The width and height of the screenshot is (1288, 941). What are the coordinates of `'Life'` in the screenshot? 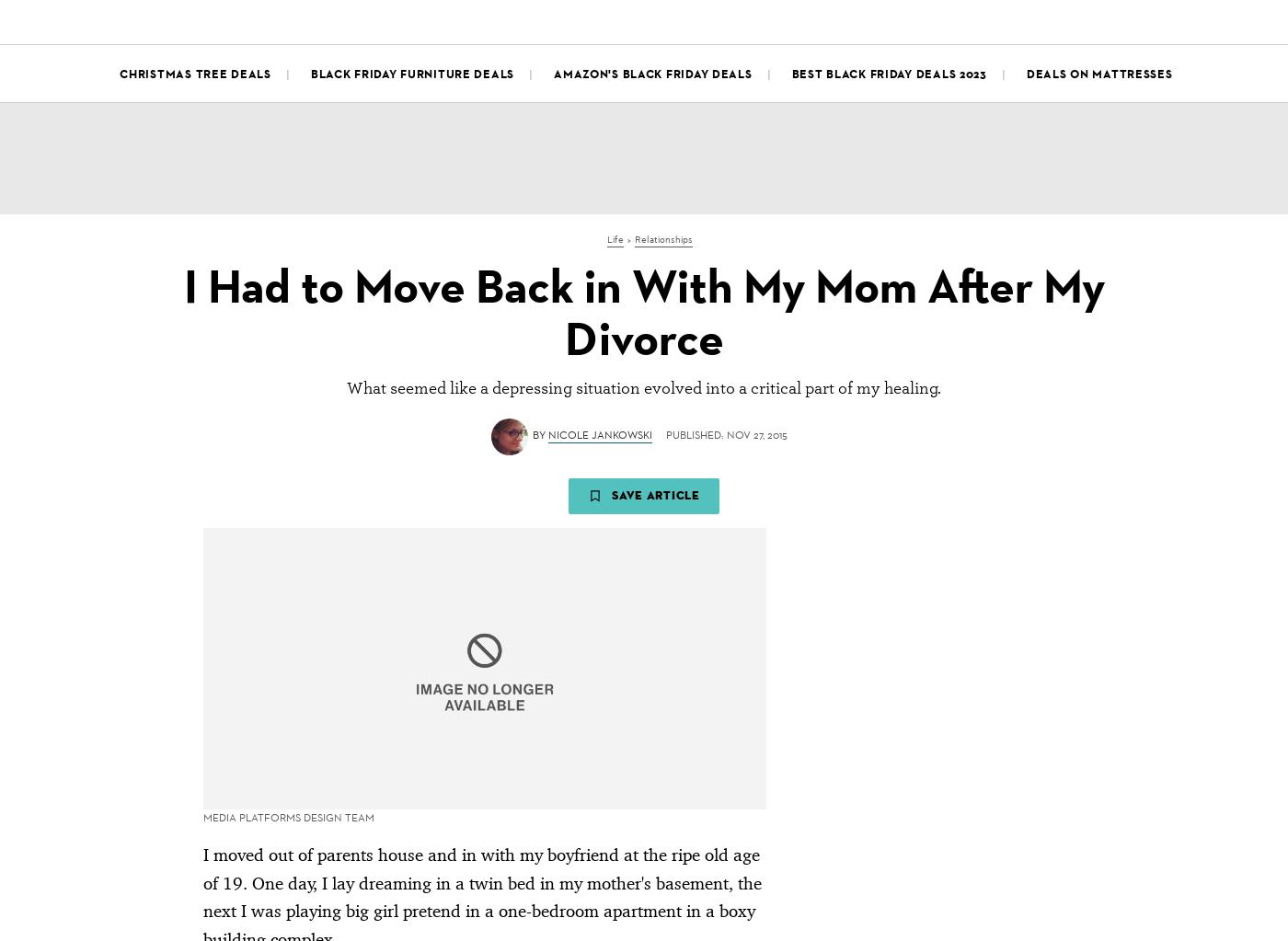 It's located at (489, 19).